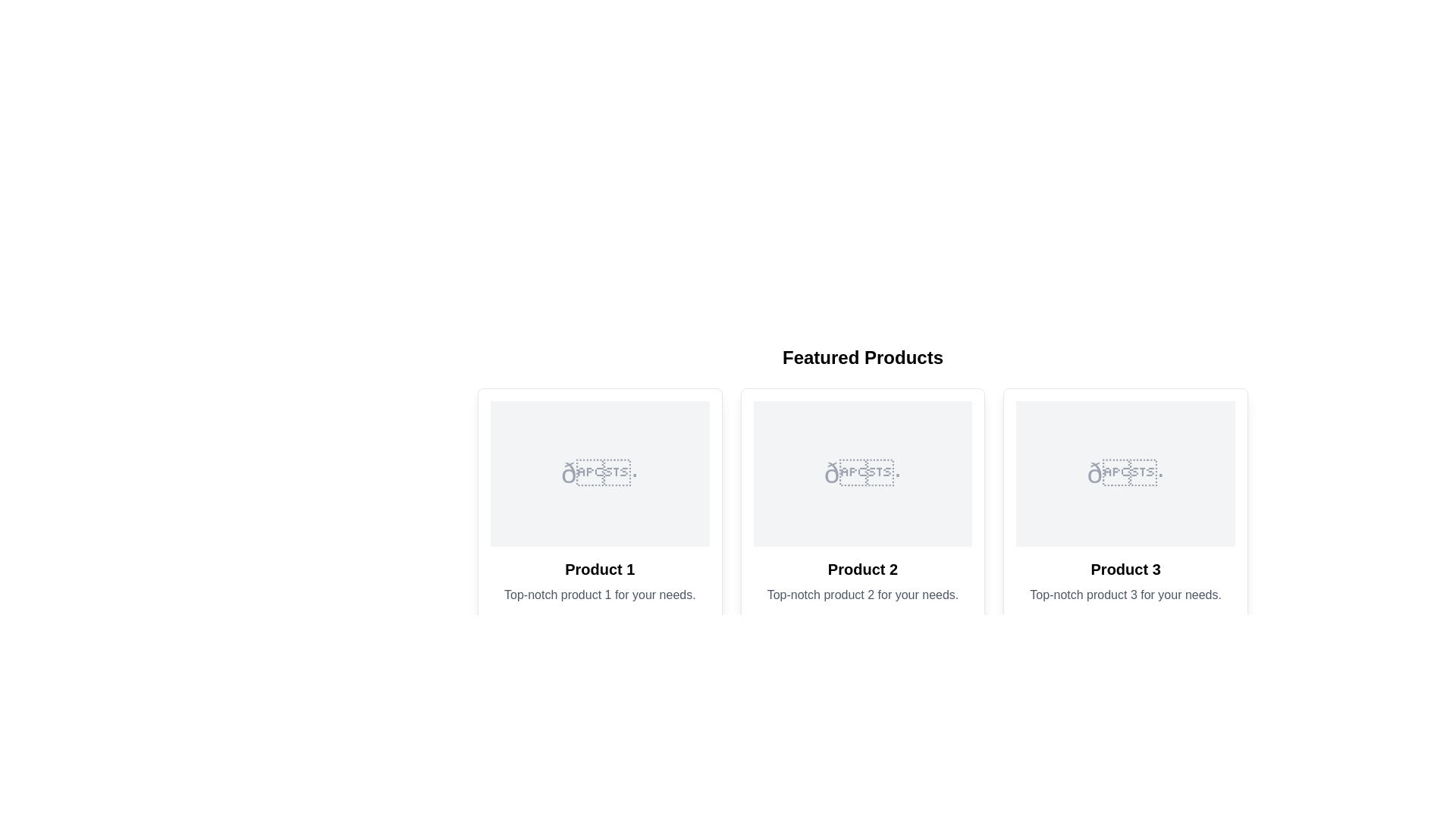  What do you see at coordinates (862, 570) in the screenshot?
I see `text content of the title label for the 'Product 2' card, which identifies and distinguishes this product in the card layout` at bounding box center [862, 570].